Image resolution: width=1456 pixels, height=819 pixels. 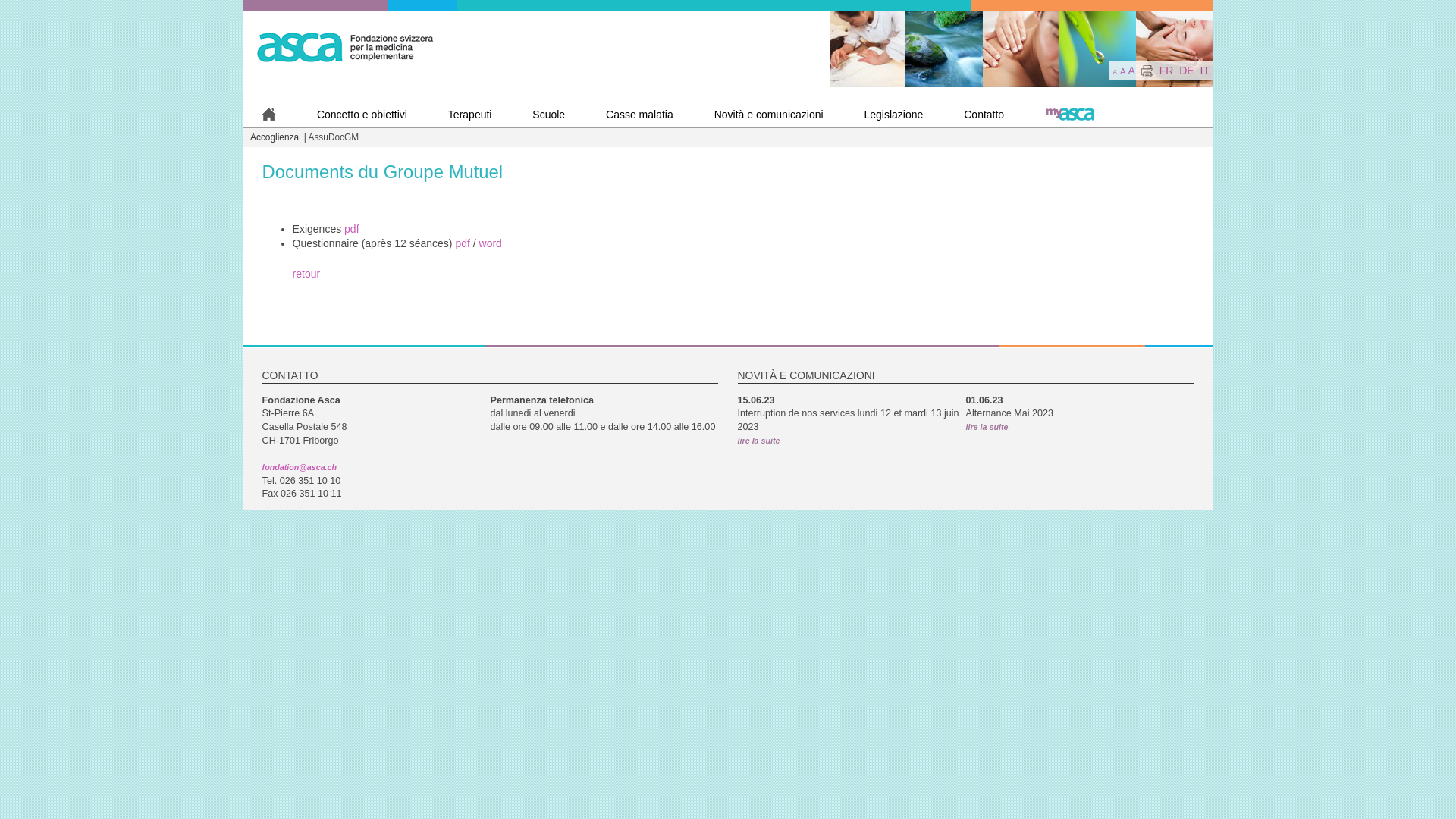 What do you see at coordinates (1122, 71) in the screenshot?
I see `'A'` at bounding box center [1122, 71].